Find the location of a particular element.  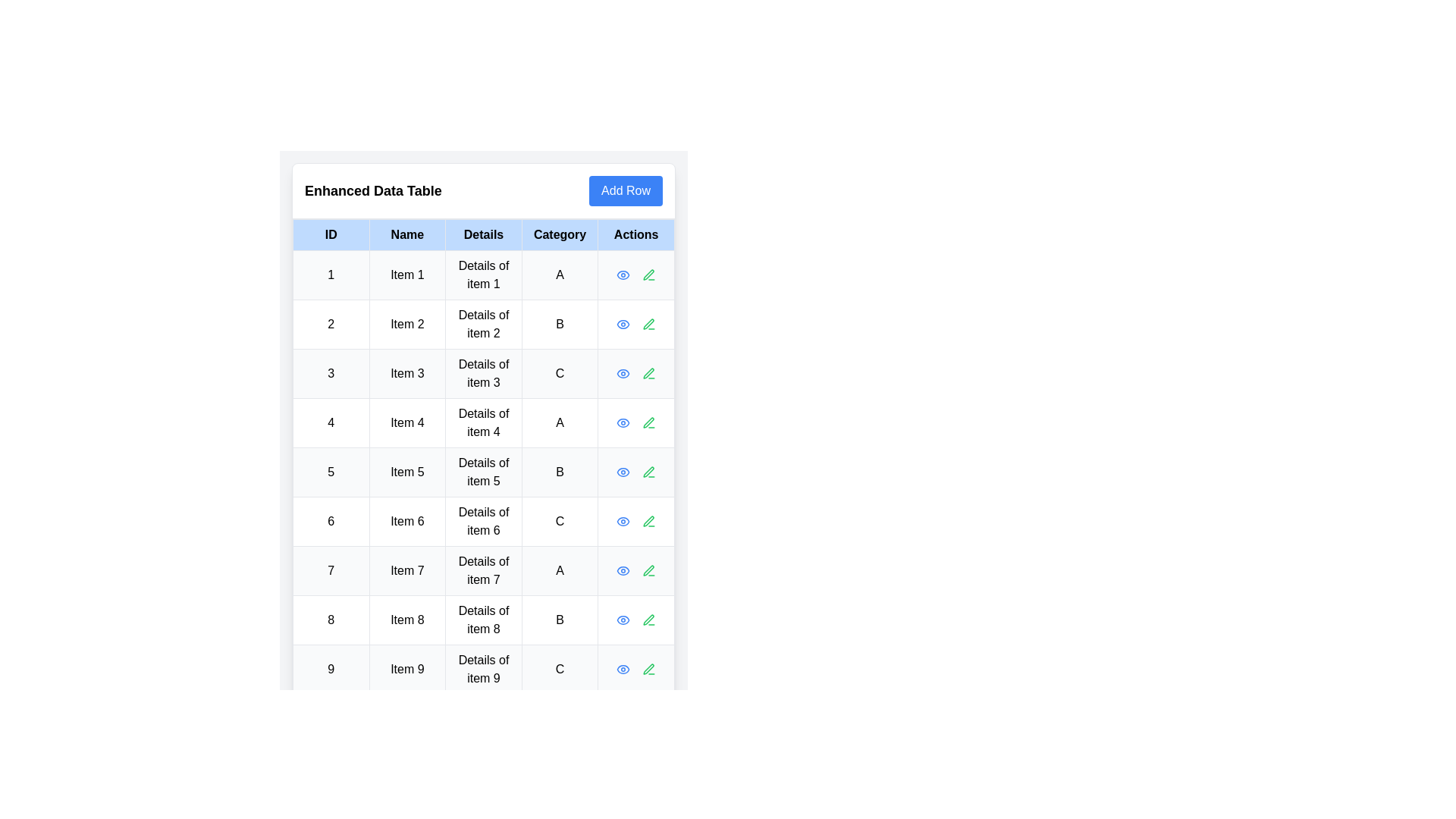

the Icon button located in the 'Actions' column for 'Item 8' in the table is located at coordinates (623, 620).